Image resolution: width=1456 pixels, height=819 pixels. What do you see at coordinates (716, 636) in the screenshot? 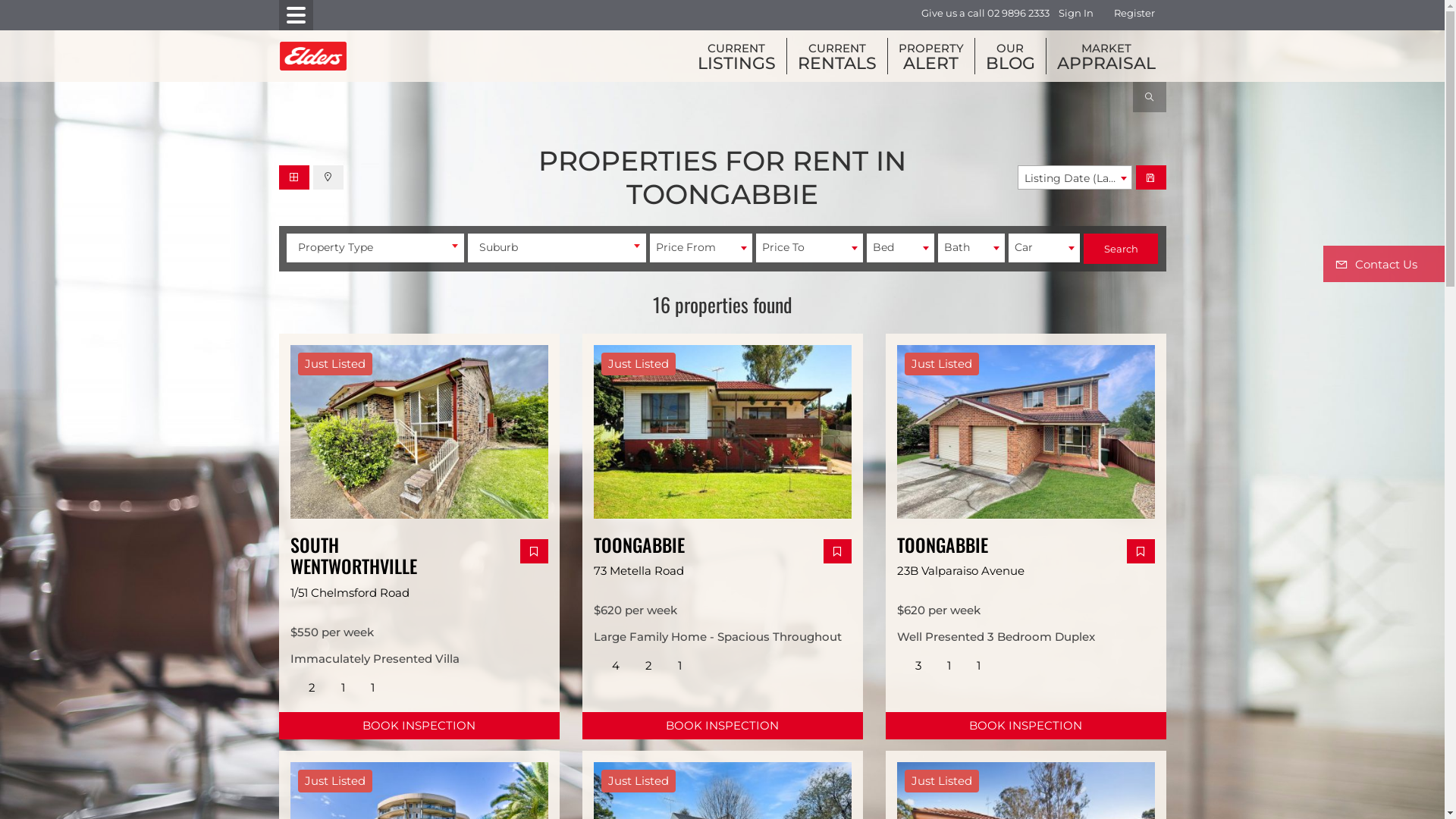
I see `'Large Family Home - Spacious Throughout'` at bounding box center [716, 636].